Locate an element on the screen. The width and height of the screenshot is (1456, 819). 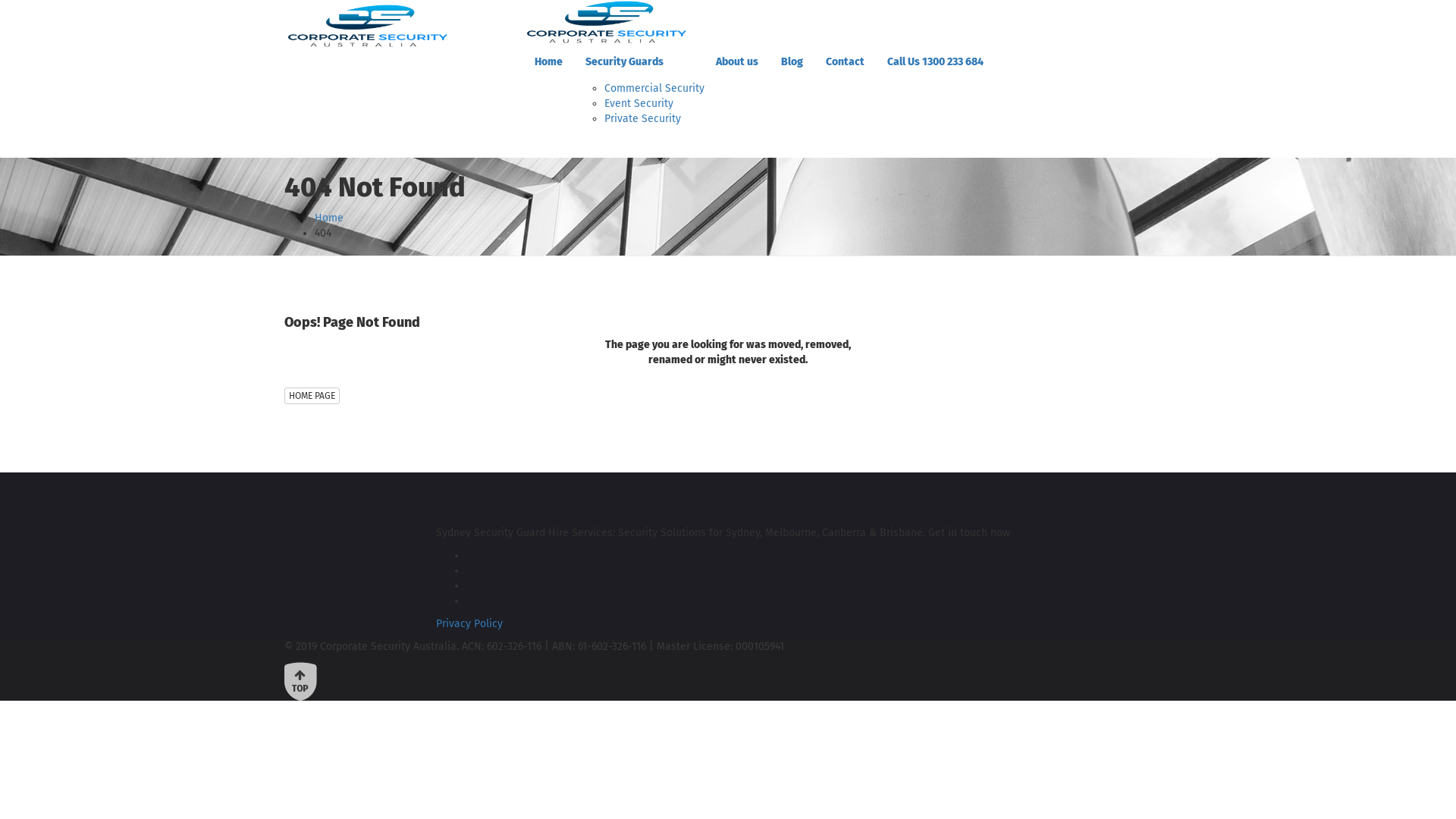
'Event Security' is located at coordinates (603, 102).